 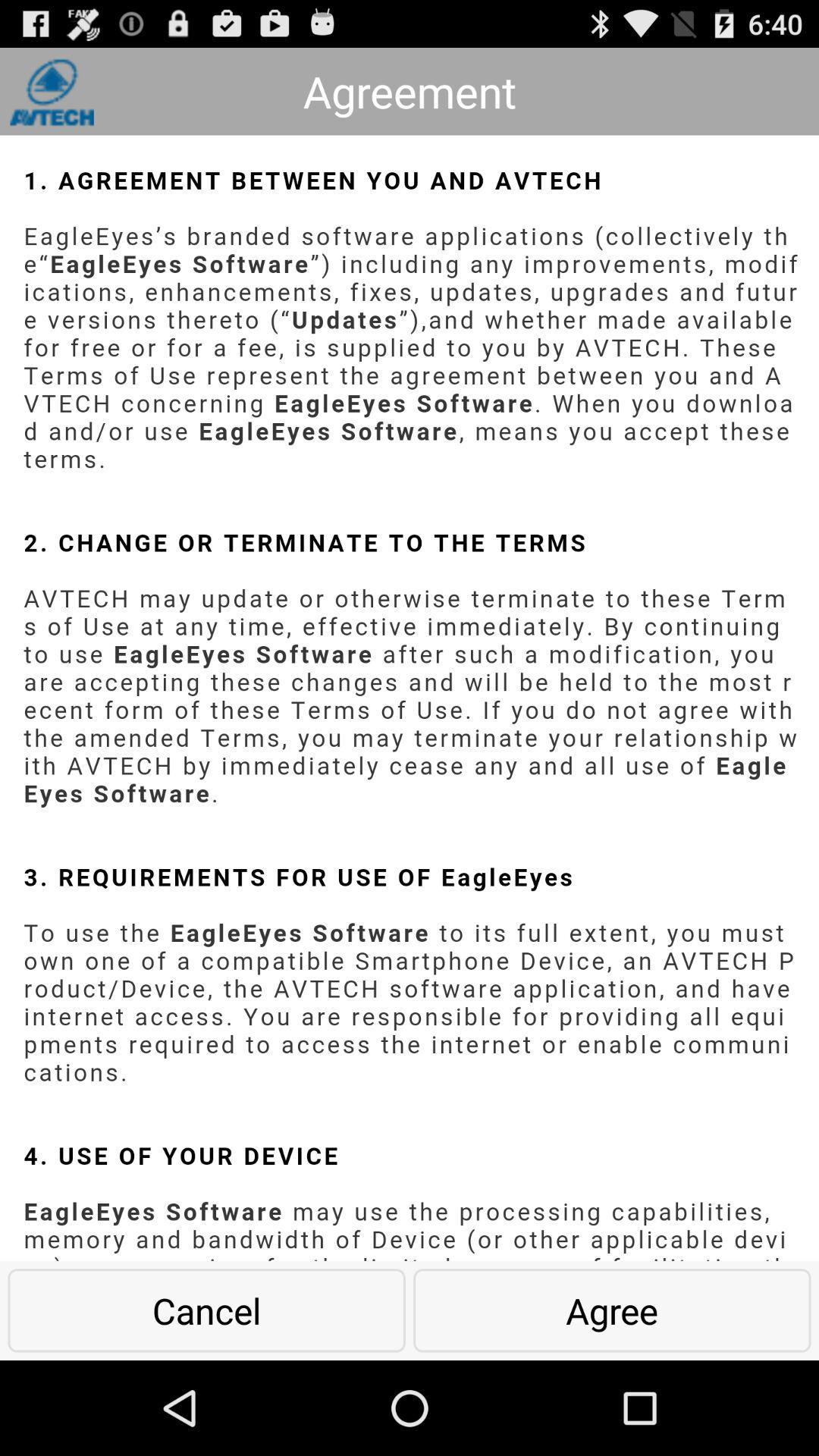 I want to click on file, so click(x=409, y=697).